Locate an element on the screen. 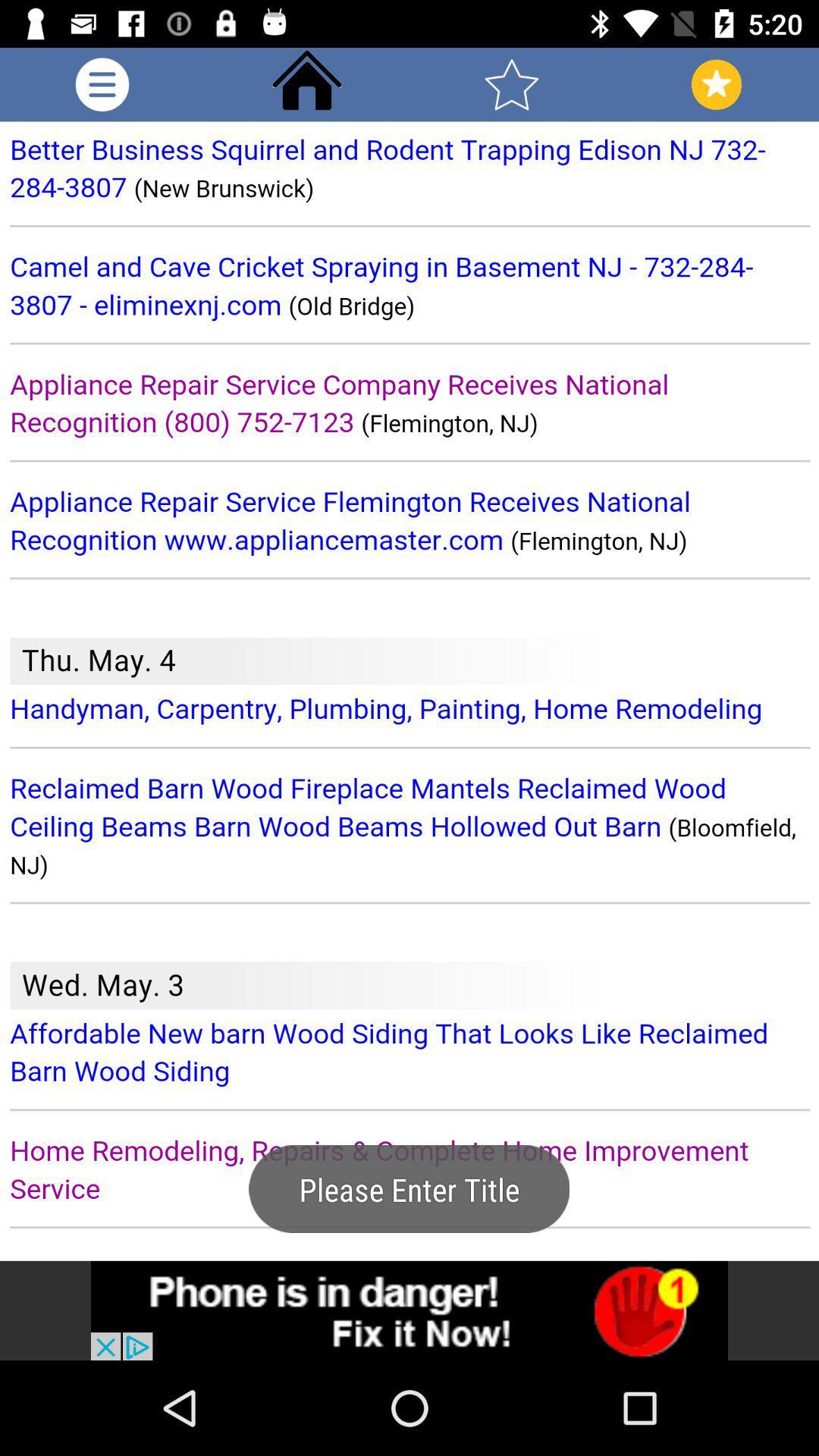  particular site is located at coordinates (409, 1310).